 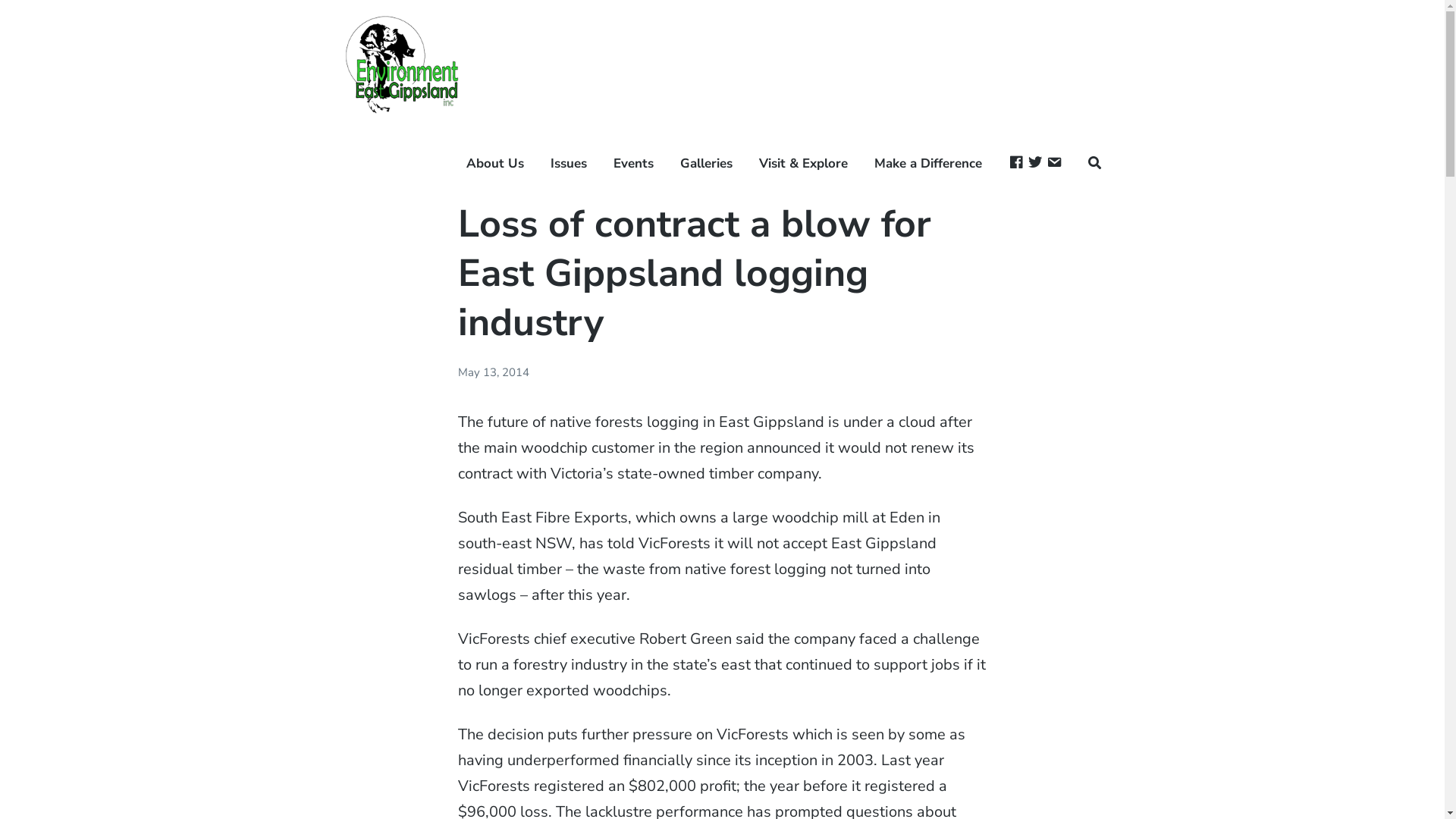 What do you see at coordinates (465, 164) in the screenshot?
I see `'About Us'` at bounding box center [465, 164].